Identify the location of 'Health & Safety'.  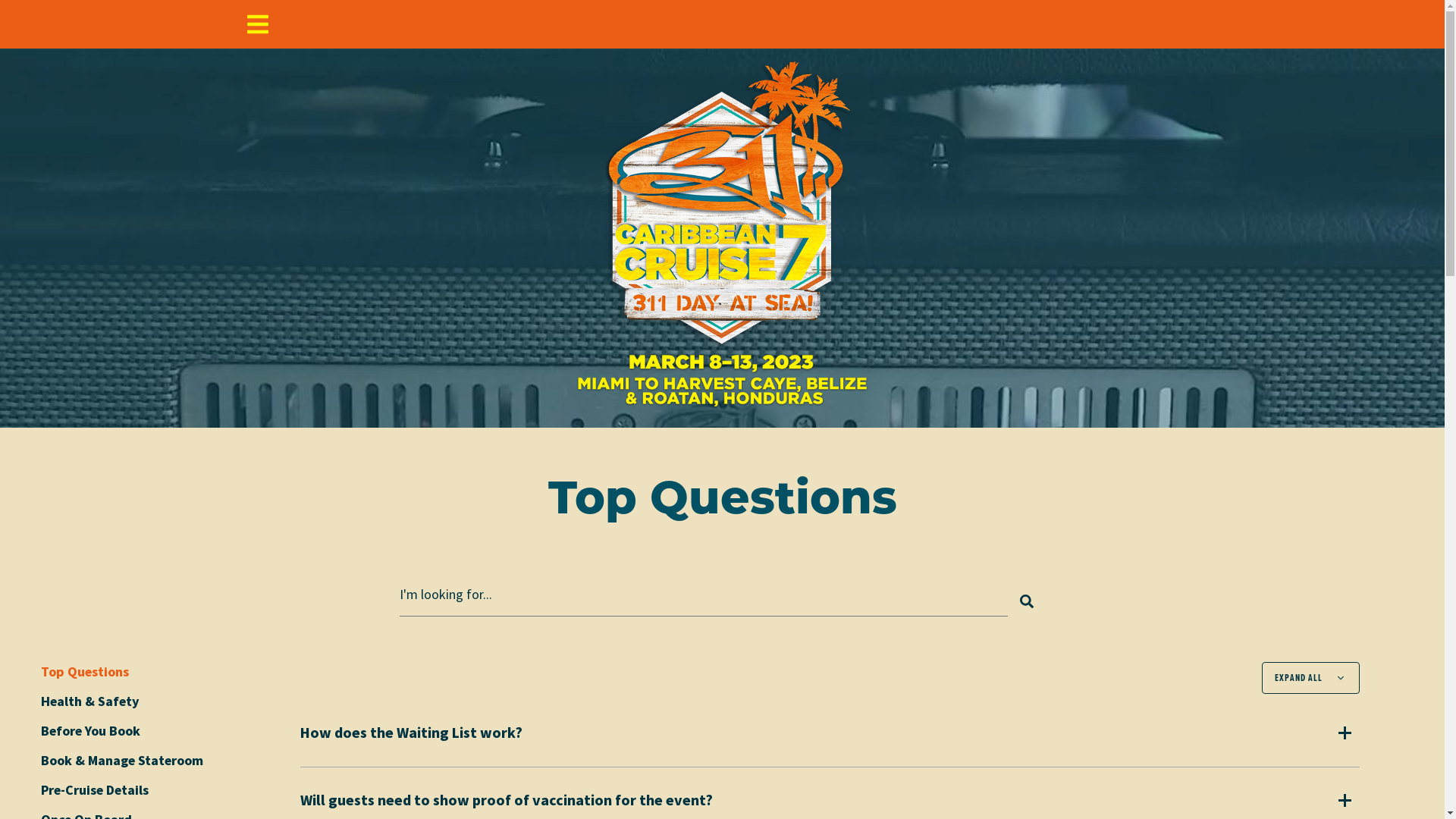
(89, 701).